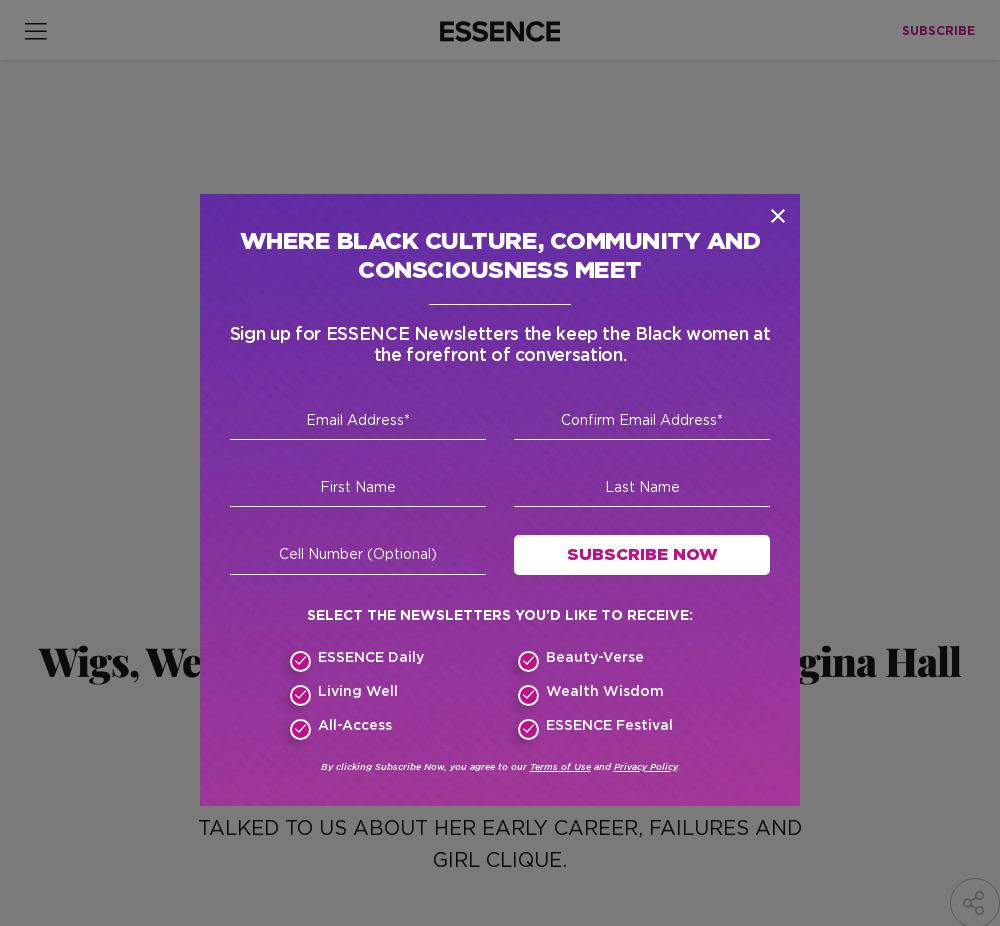  I want to click on 'delivered to your inbox', so click(386, 587).